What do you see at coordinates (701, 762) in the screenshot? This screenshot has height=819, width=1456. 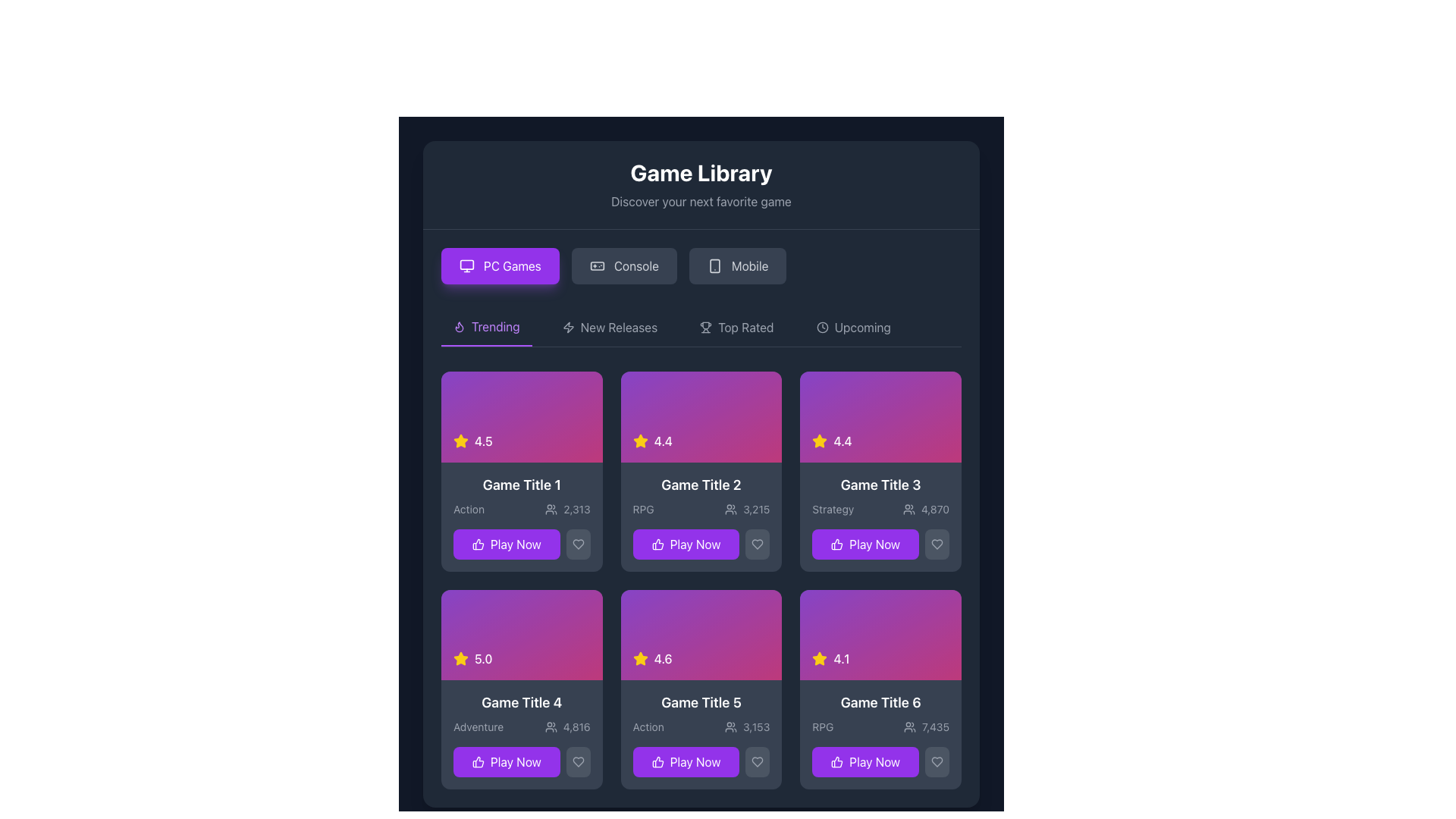 I see `the 'Play Now' button with a purple background located at the bottom of the fifth game card titled 'Game Title 5' for keyboard interactions` at bounding box center [701, 762].